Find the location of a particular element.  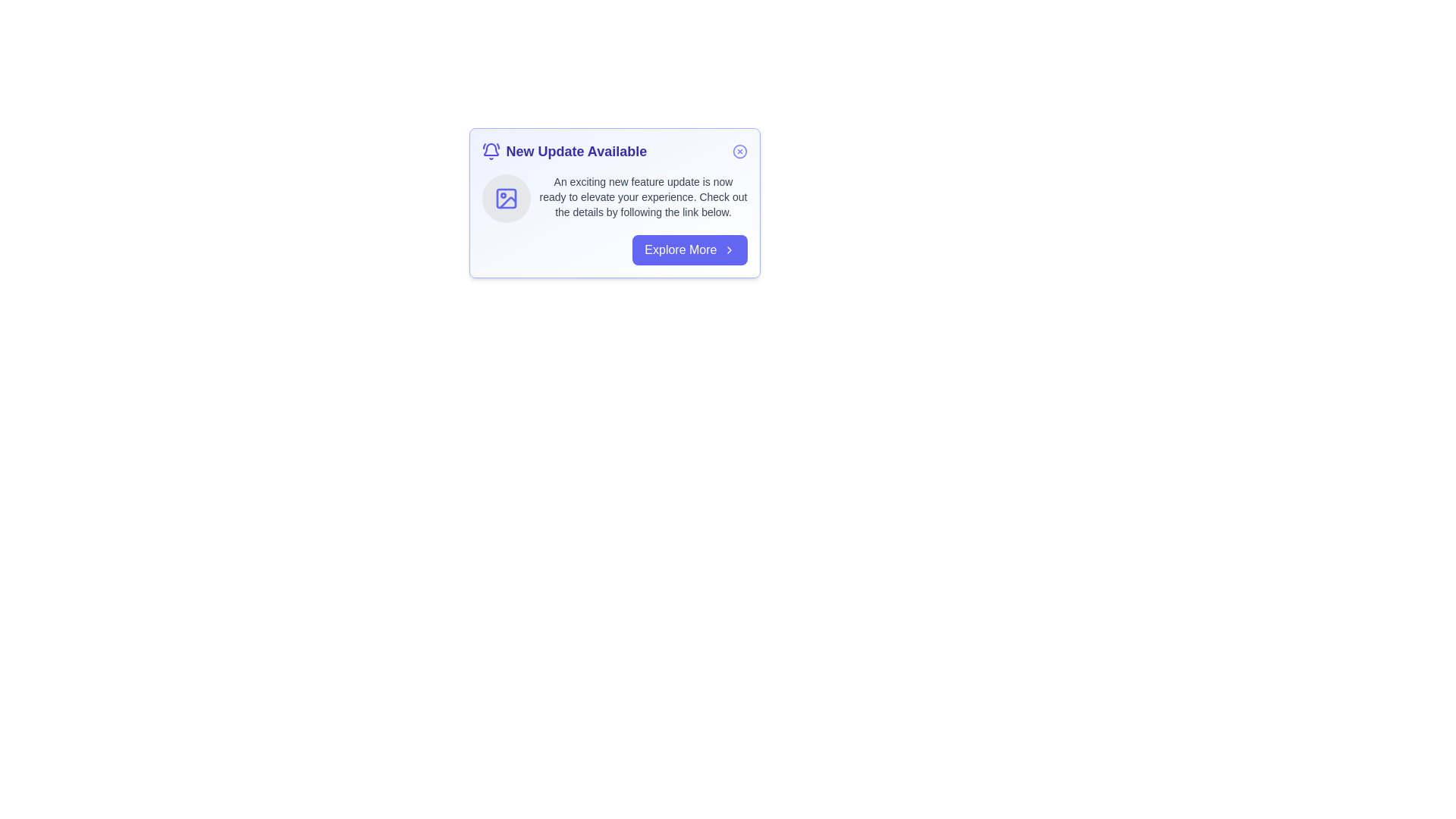

the 'Explore More' button to navigate to the next step is located at coordinates (688, 249).